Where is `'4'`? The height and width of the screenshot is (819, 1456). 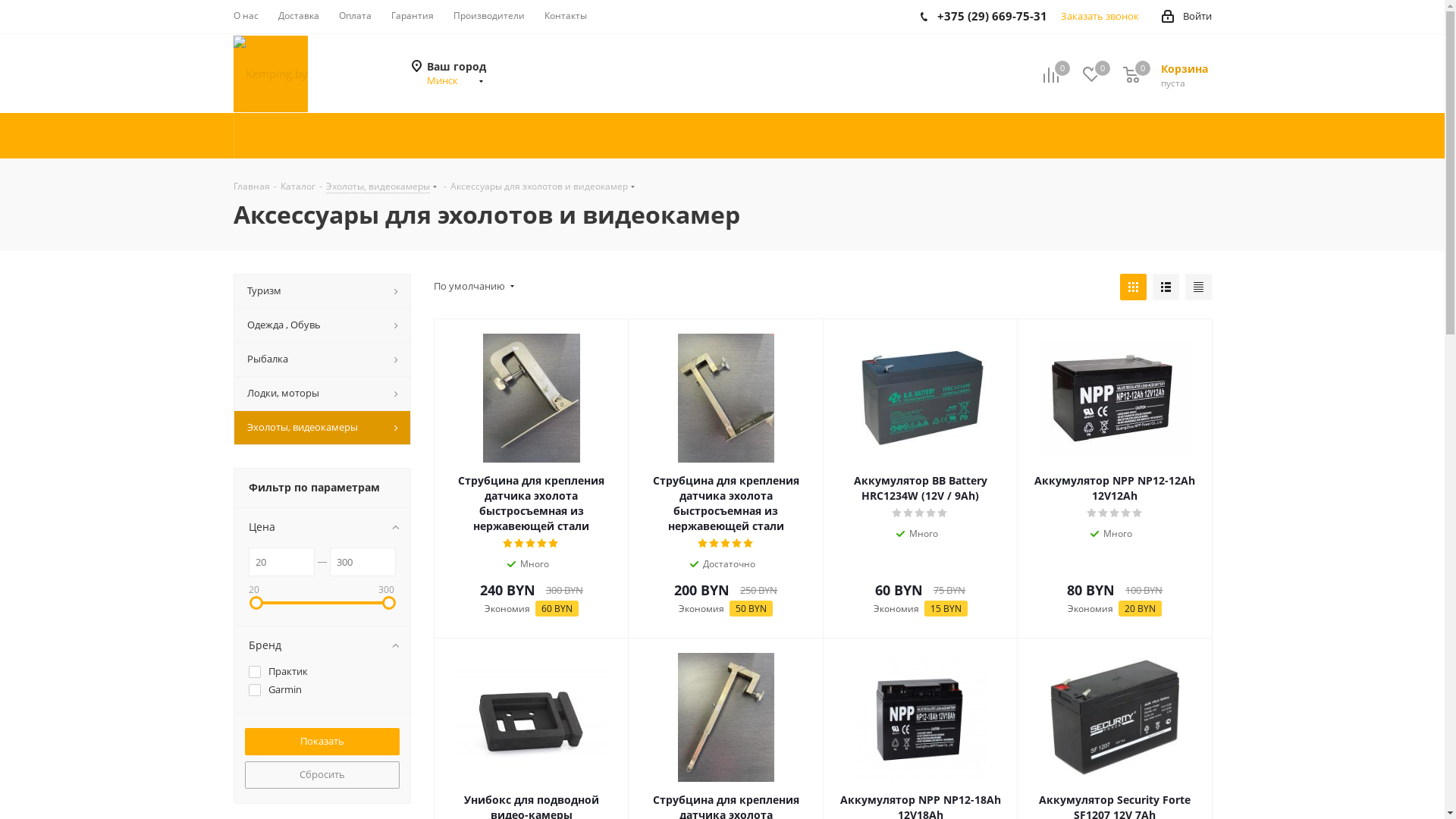 '4' is located at coordinates (1126, 513).